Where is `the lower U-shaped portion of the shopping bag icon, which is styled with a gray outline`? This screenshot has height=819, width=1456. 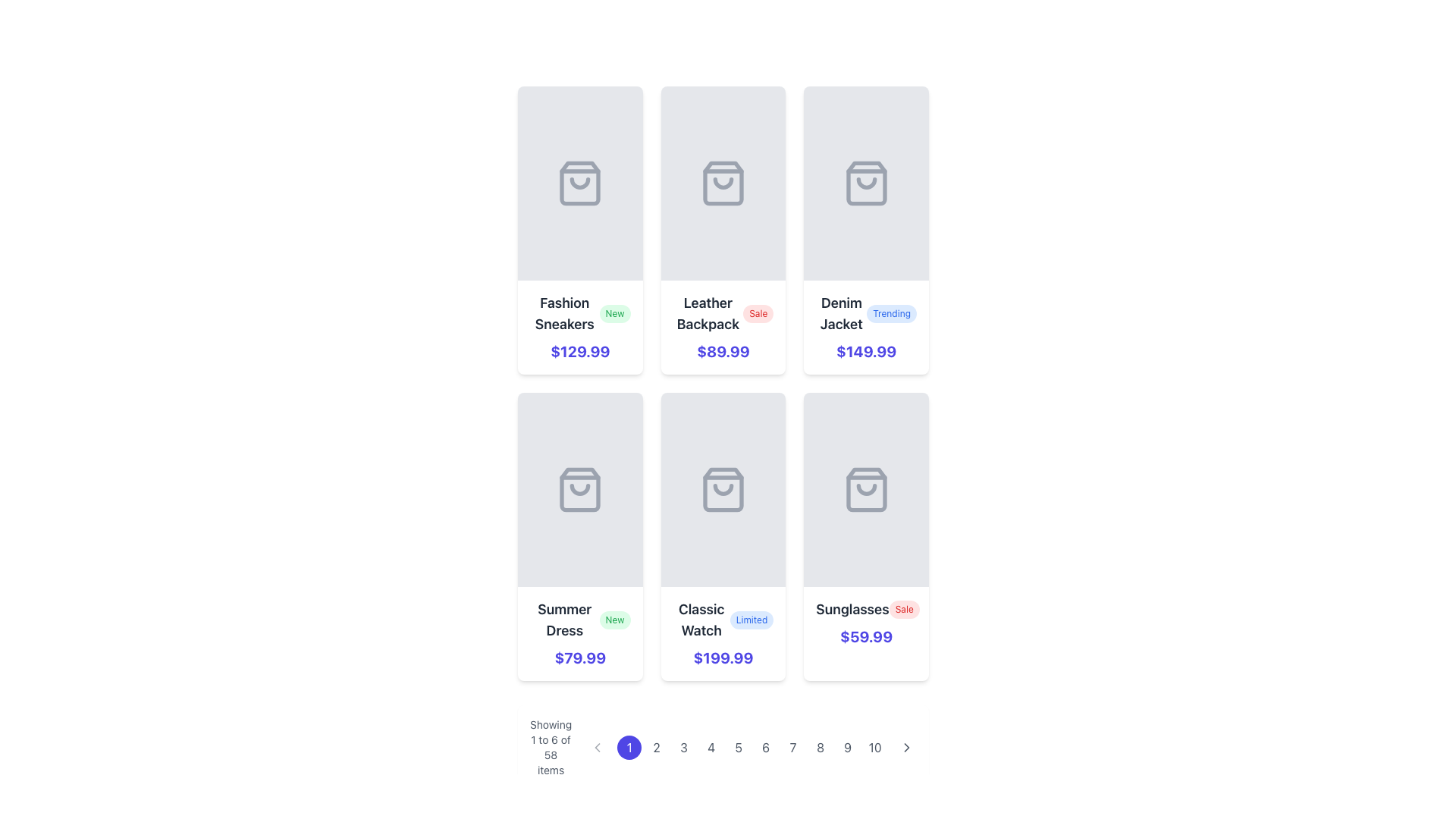 the lower U-shaped portion of the shopping bag icon, which is styled with a gray outline is located at coordinates (723, 489).